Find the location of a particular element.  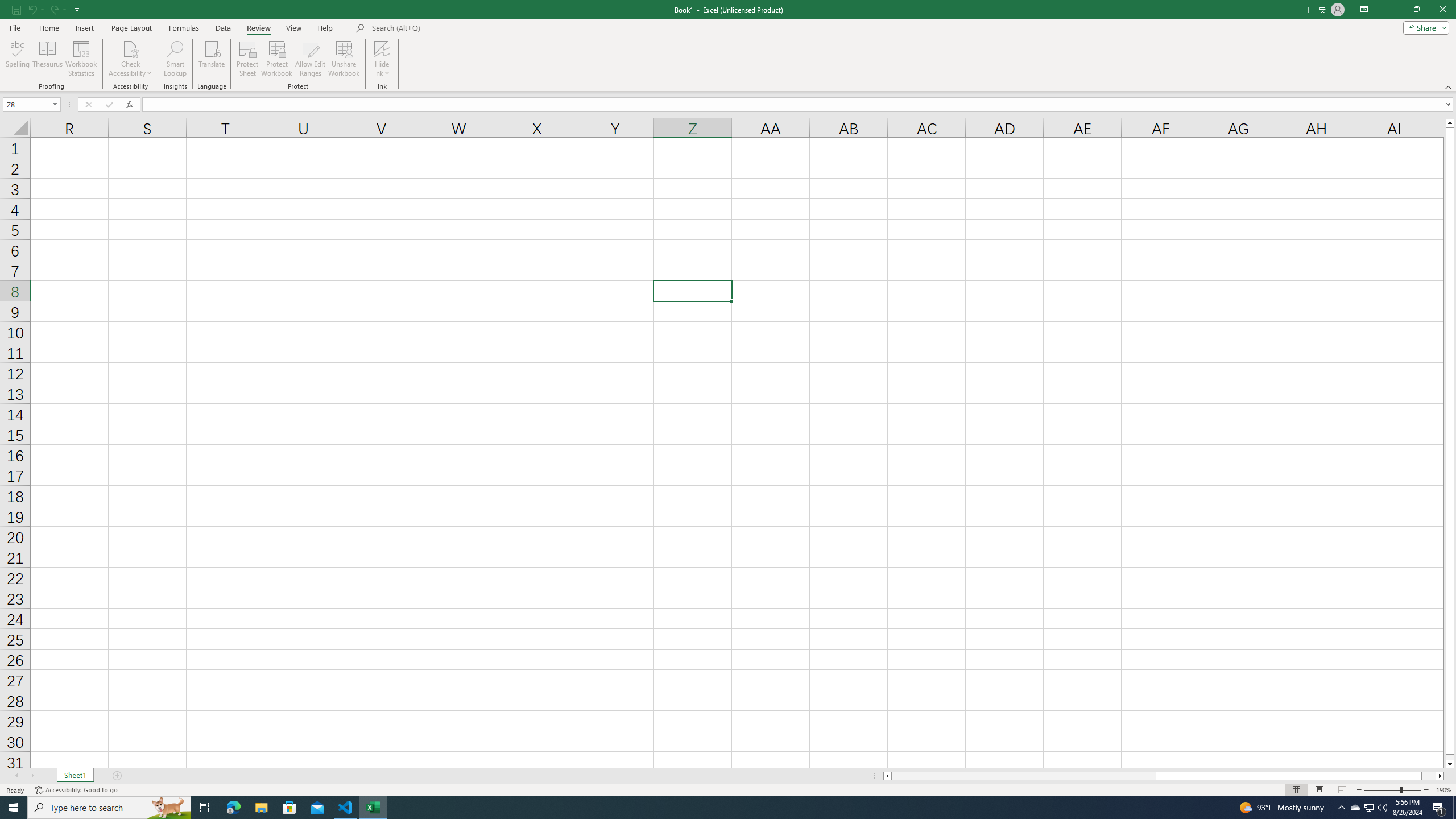

'Hide Ink' is located at coordinates (382, 48).